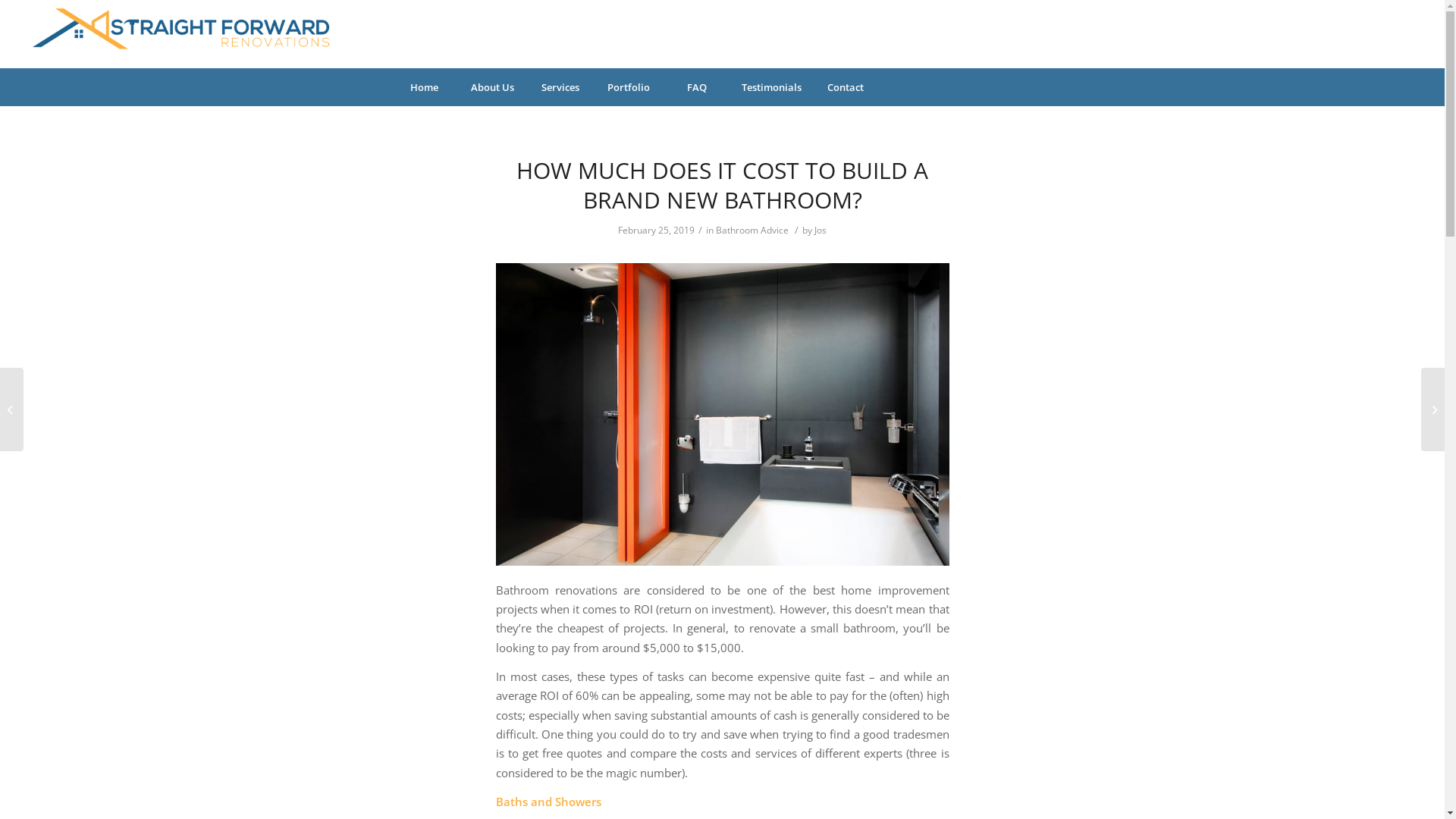  What do you see at coordinates (423, 87) in the screenshot?
I see `'Home'` at bounding box center [423, 87].